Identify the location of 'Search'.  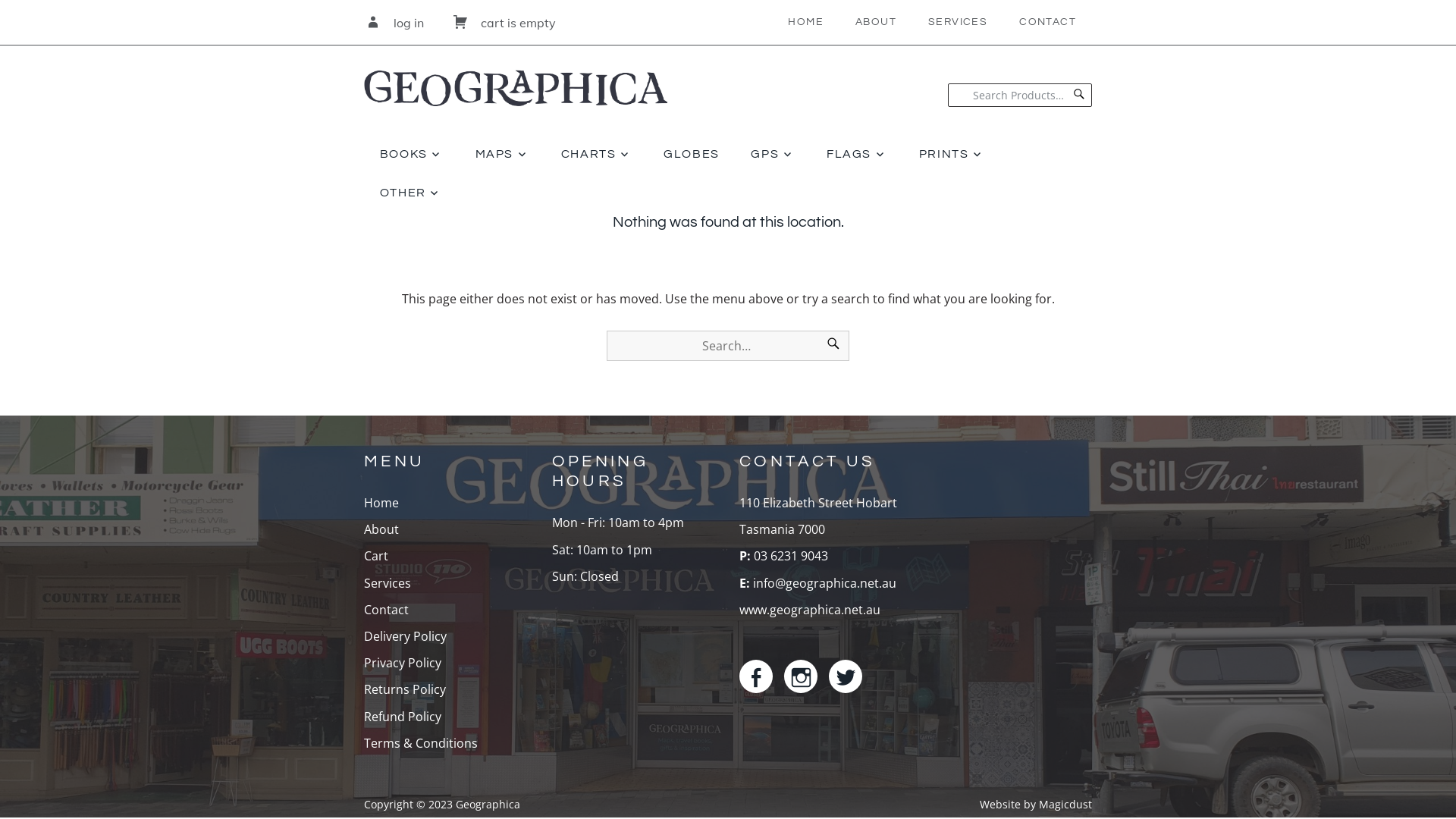
(1078, 95).